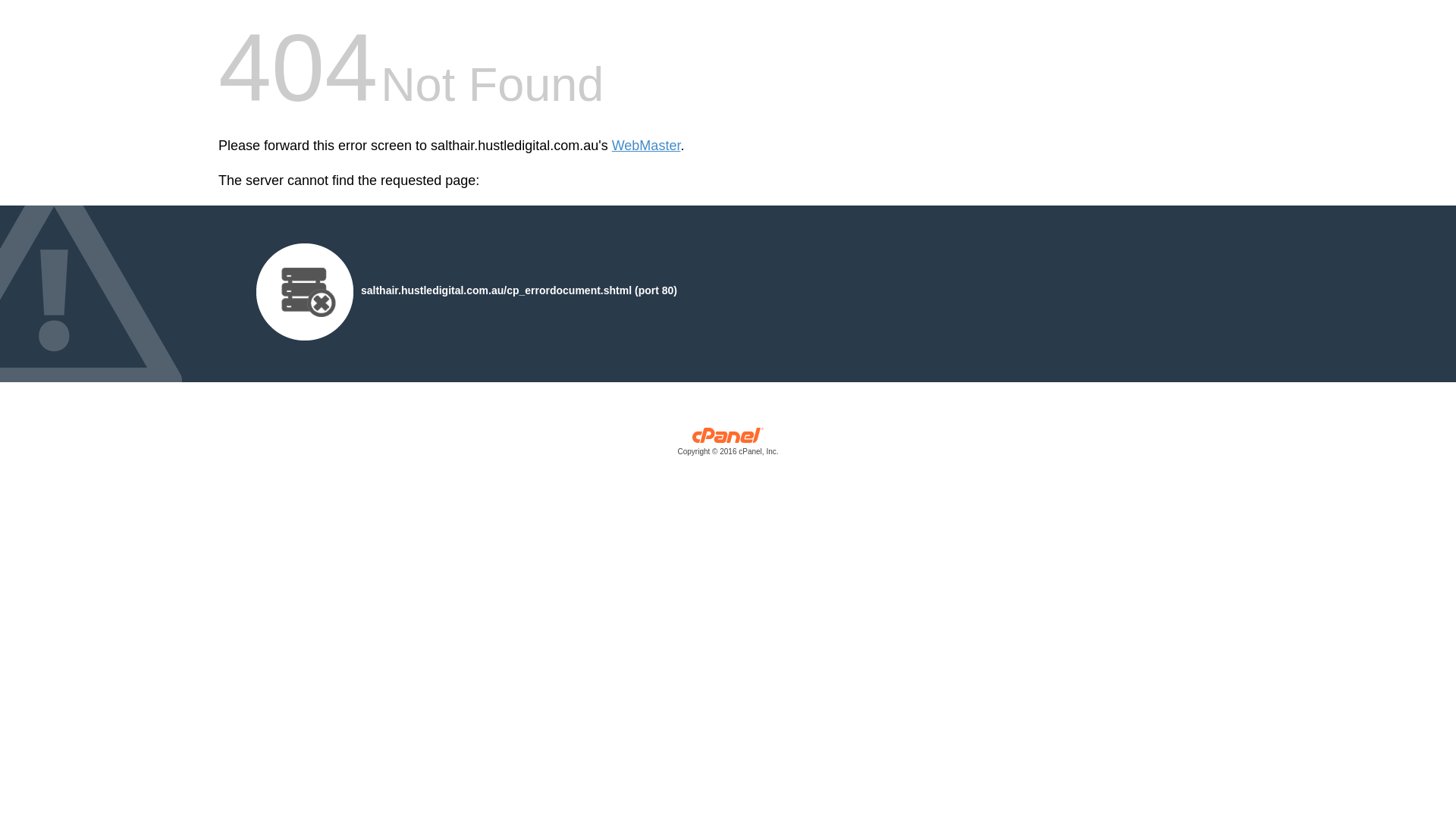 This screenshot has width=1456, height=819. What do you see at coordinates (646, 146) in the screenshot?
I see `'WebMaster'` at bounding box center [646, 146].